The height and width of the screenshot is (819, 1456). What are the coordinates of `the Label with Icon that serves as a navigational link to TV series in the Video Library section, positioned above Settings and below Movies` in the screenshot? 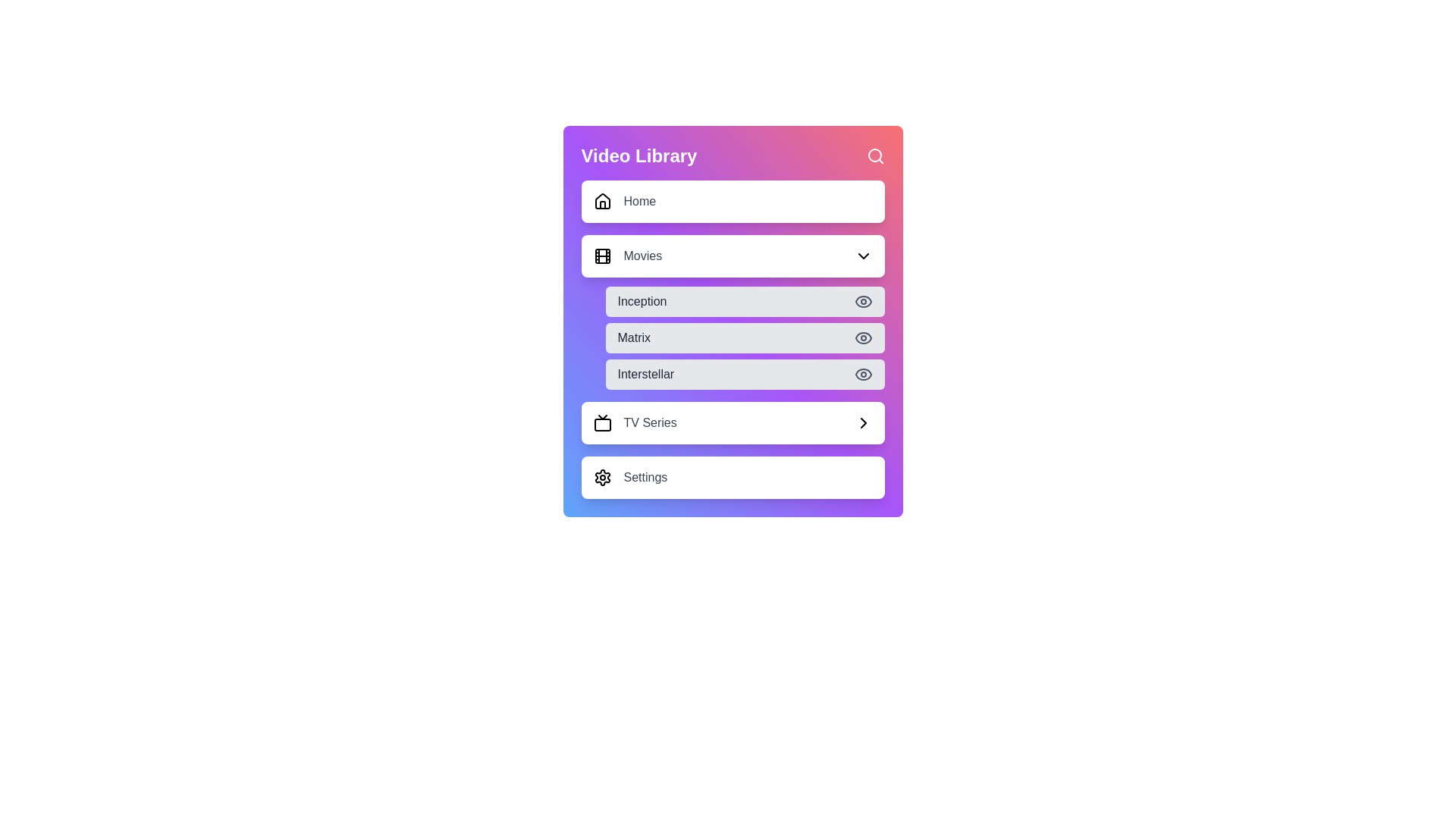 It's located at (635, 423).